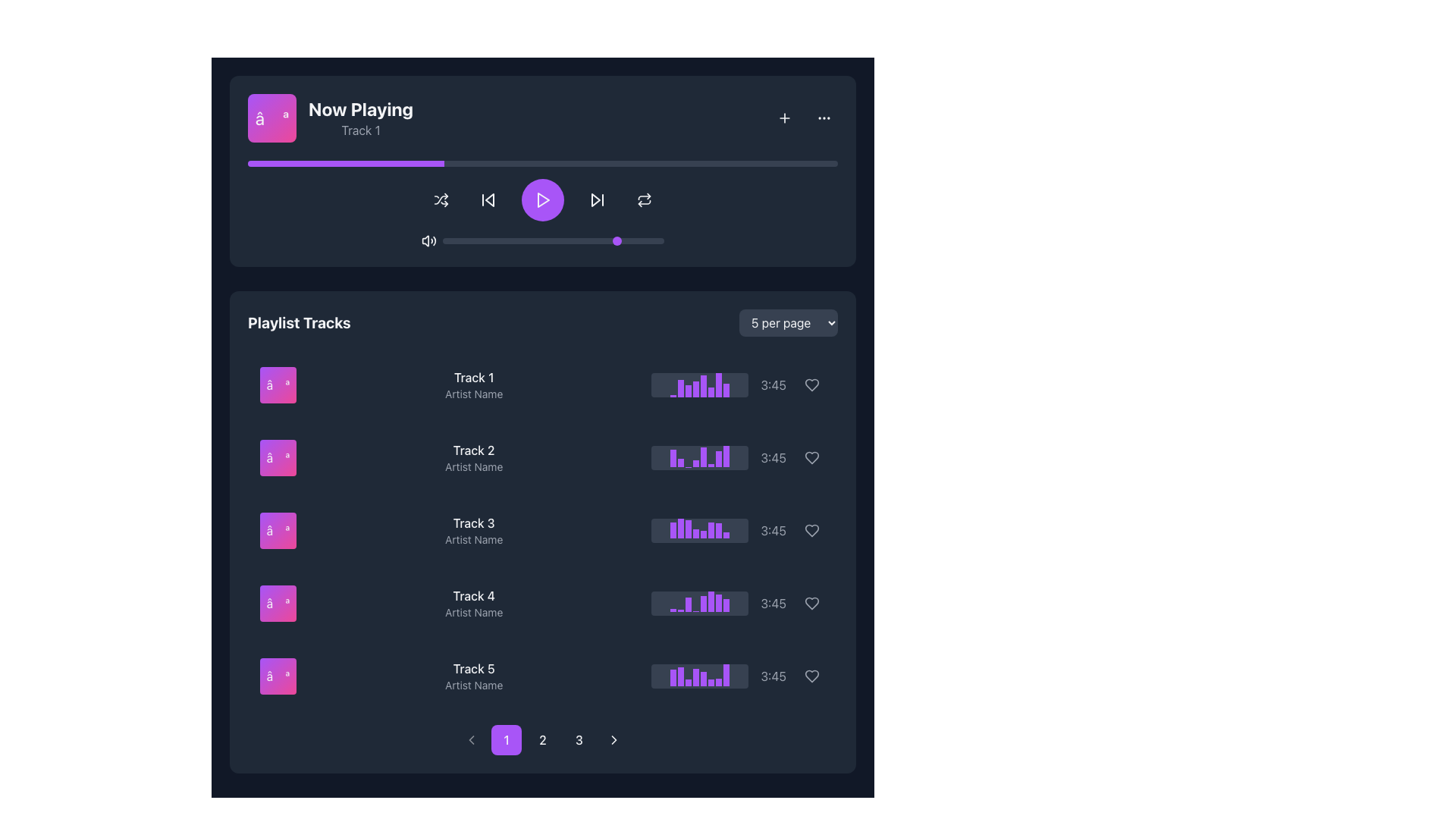 The height and width of the screenshot is (819, 1456). Describe the element at coordinates (330, 117) in the screenshot. I see `the text label that displays the currently playing track's title, located immediately to the right of a square icon with a purple gradient, at the top left of the playback controls section` at that location.